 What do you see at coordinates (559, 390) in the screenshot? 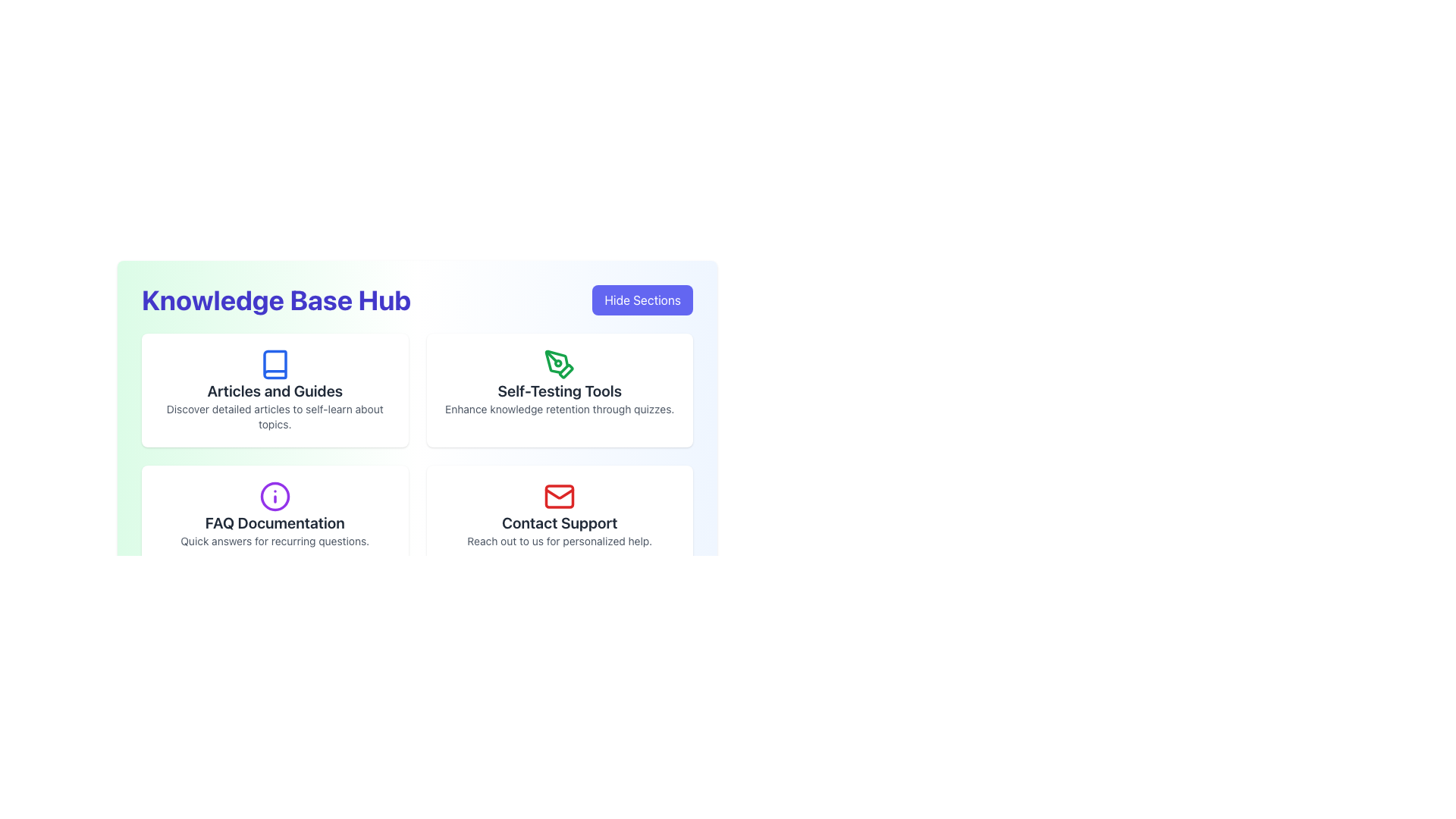
I see `the second clickable card element in the grid that provides resources for self-testing tools and quizzes` at bounding box center [559, 390].